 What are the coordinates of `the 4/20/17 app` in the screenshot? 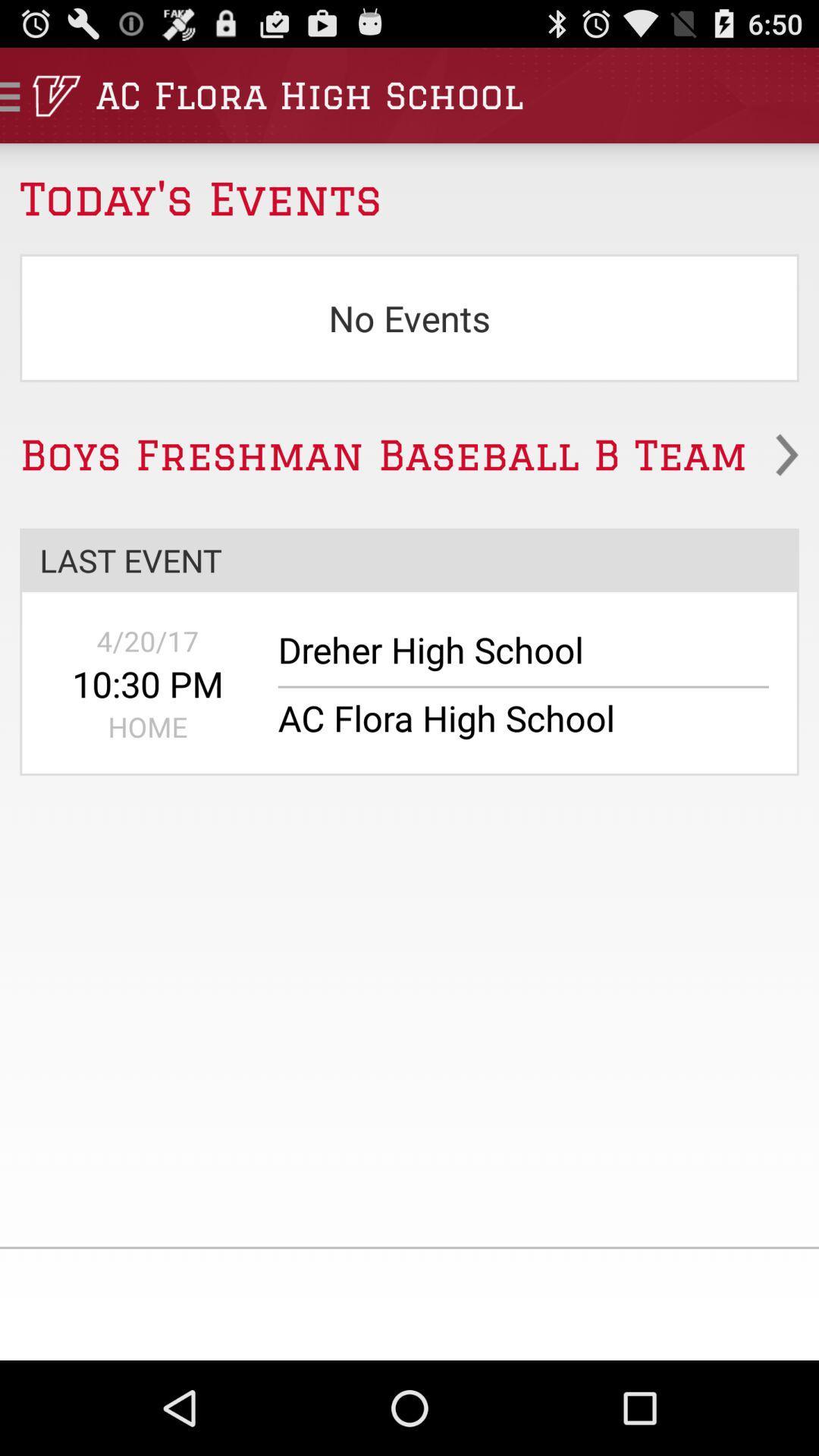 It's located at (148, 641).